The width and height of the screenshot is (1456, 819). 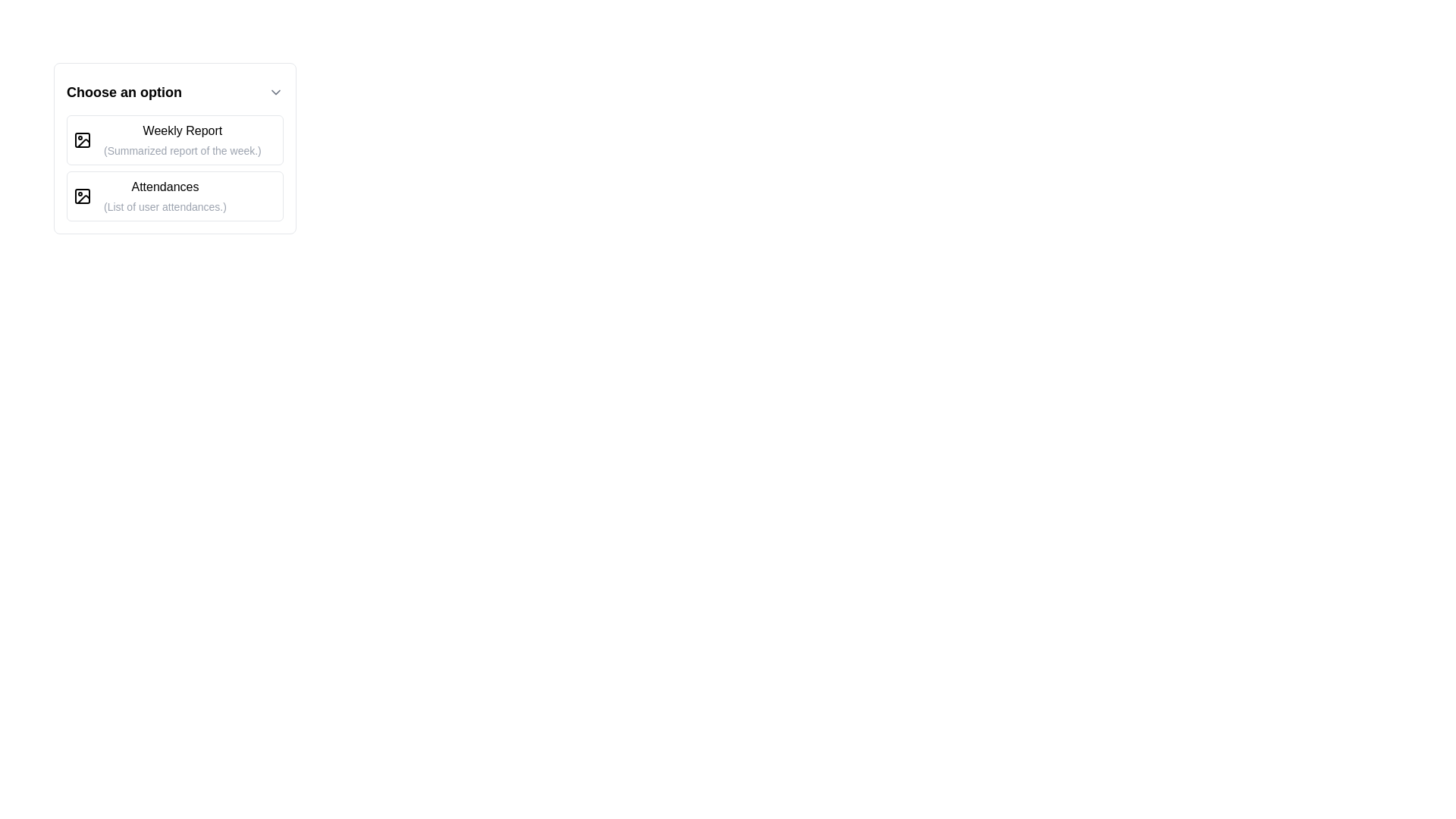 What do you see at coordinates (82, 195) in the screenshot?
I see `the icon resembling a square frame with rounded corners, containing a circular dot and an intersecting line, located to the left of the 'Attendances (List of user attendances.)' label` at bounding box center [82, 195].